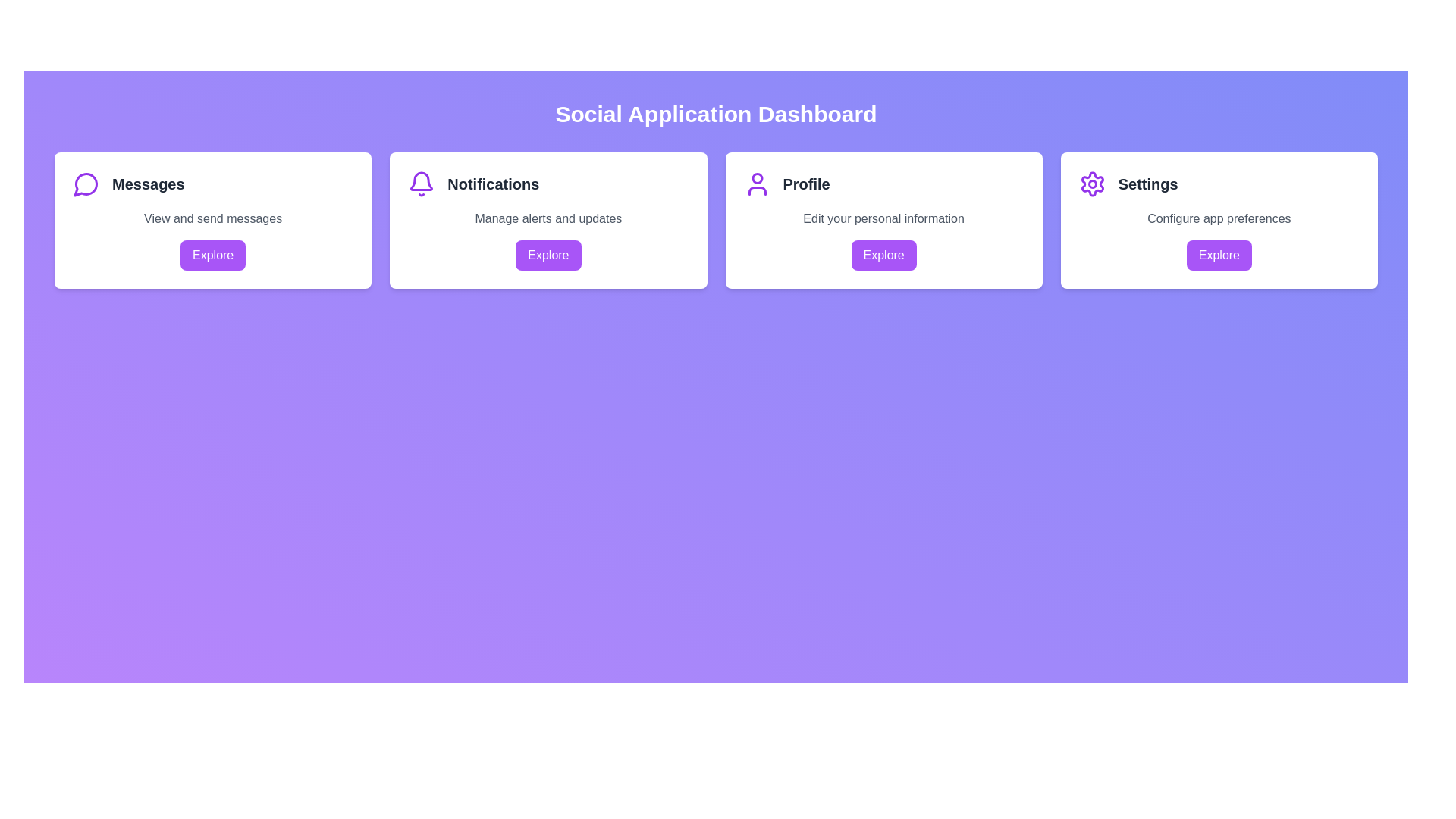 Image resolution: width=1456 pixels, height=819 pixels. What do you see at coordinates (148, 184) in the screenshot?
I see `the 'Messages' section header located in the upper-left card of the interface, which is positioned immediately to the right of the speech bubble icon` at bounding box center [148, 184].